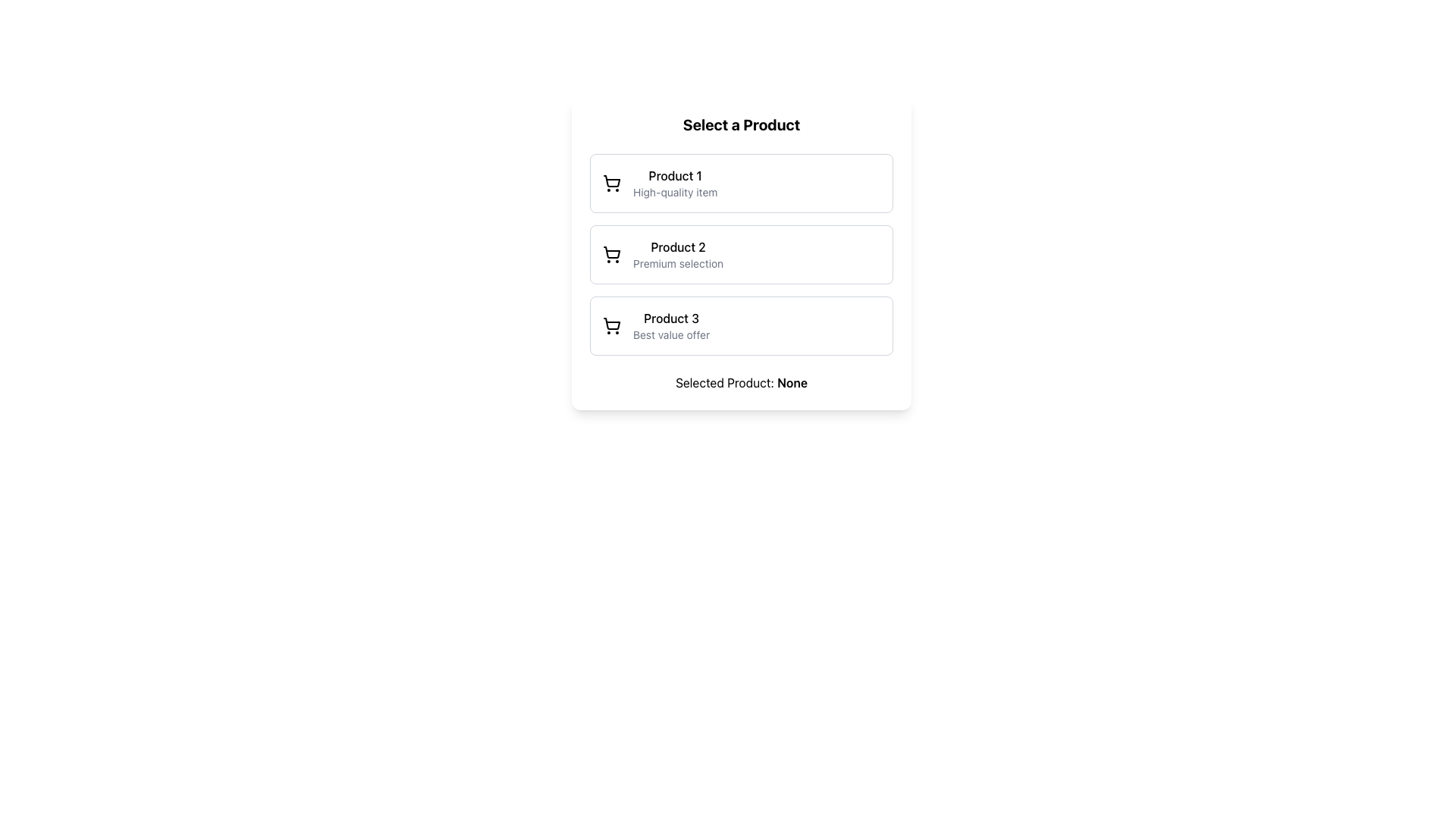 Image resolution: width=1456 pixels, height=819 pixels. I want to click on the text label displaying 'Selected Product: None', which is styled with a bold font and located at the bottom of the product options list, so click(742, 382).